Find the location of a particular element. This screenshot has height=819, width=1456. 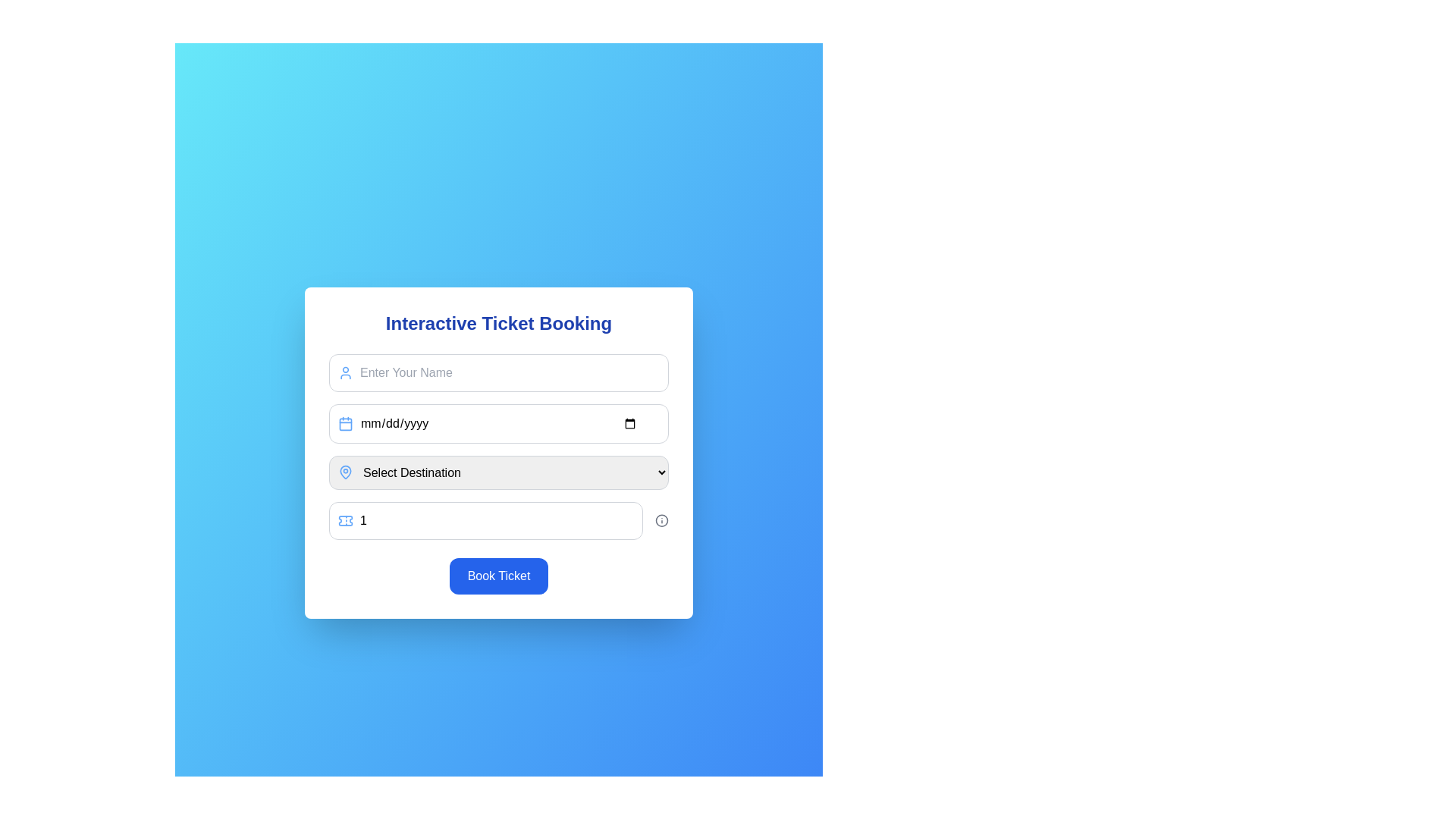

the small blue calendar icon located inside the date input field, to the left of the placeholder text 'mm/dd/yyyy', for additional hints or interactivity is located at coordinates (345, 423).